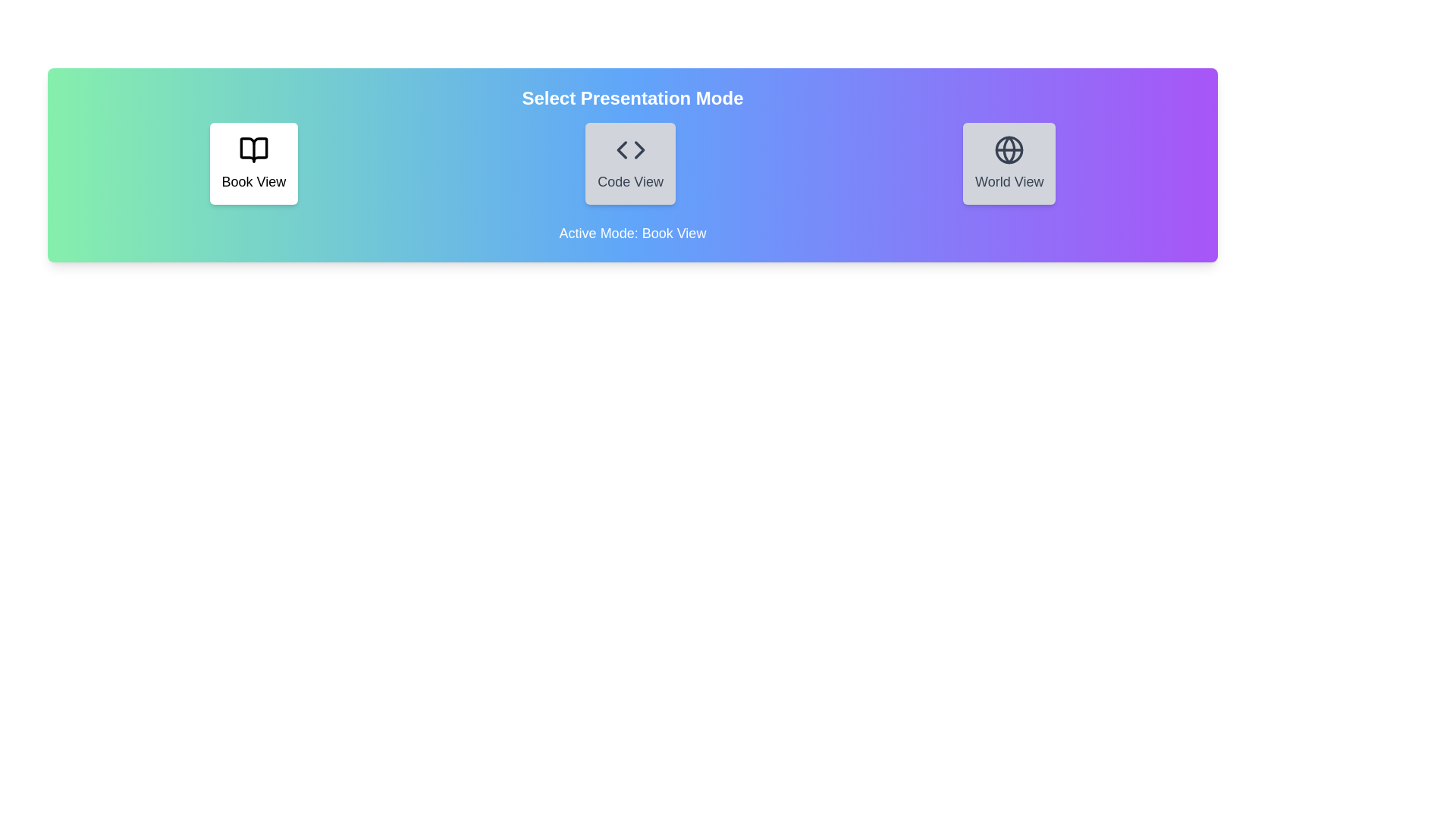 The width and height of the screenshot is (1456, 819). What do you see at coordinates (1009, 164) in the screenshot?
I see `the mode by clicking on the button corresponding to the mode name World View` at bounding box center [1009, 164].